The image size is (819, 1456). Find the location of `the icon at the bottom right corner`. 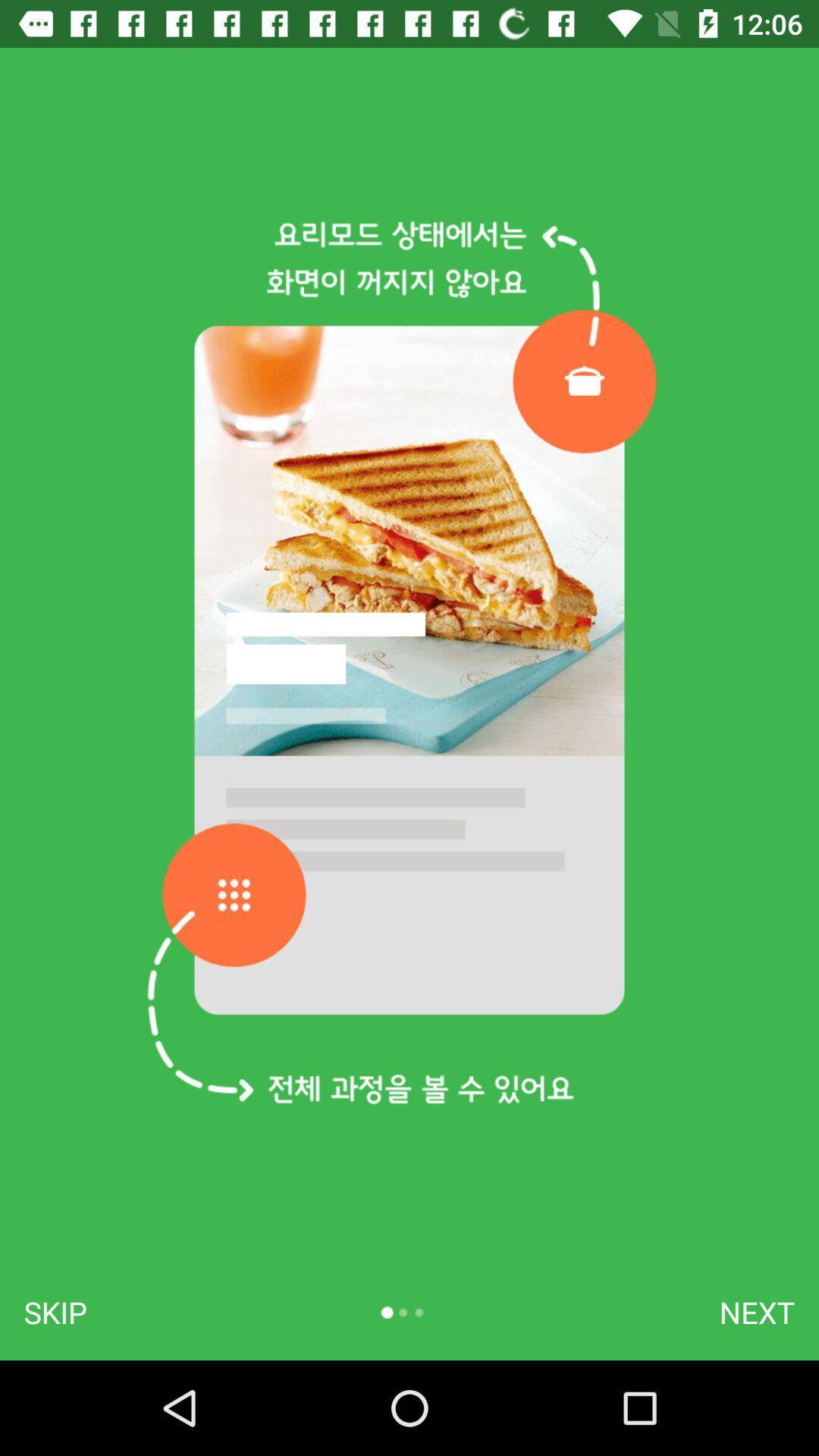

the icon at the bottom right corner is located at coordinates (757, 1312).